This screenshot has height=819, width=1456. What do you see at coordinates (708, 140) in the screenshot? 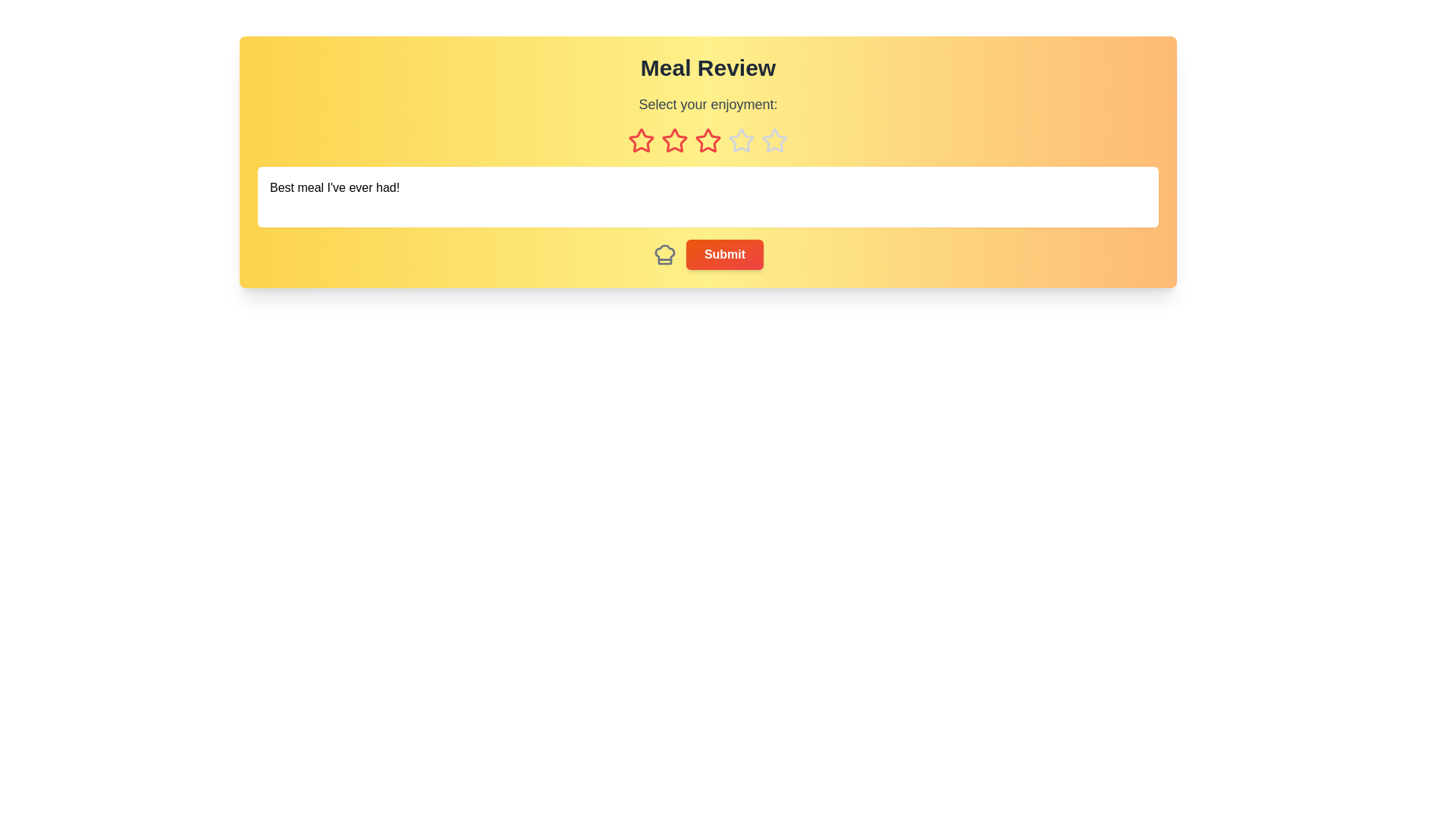
I see `the third red-colored empty star icon in the horizontal row of five rating stars, located under the text 'Select your enjoyment:' and above the review text box` at bounding box center [708, 140].